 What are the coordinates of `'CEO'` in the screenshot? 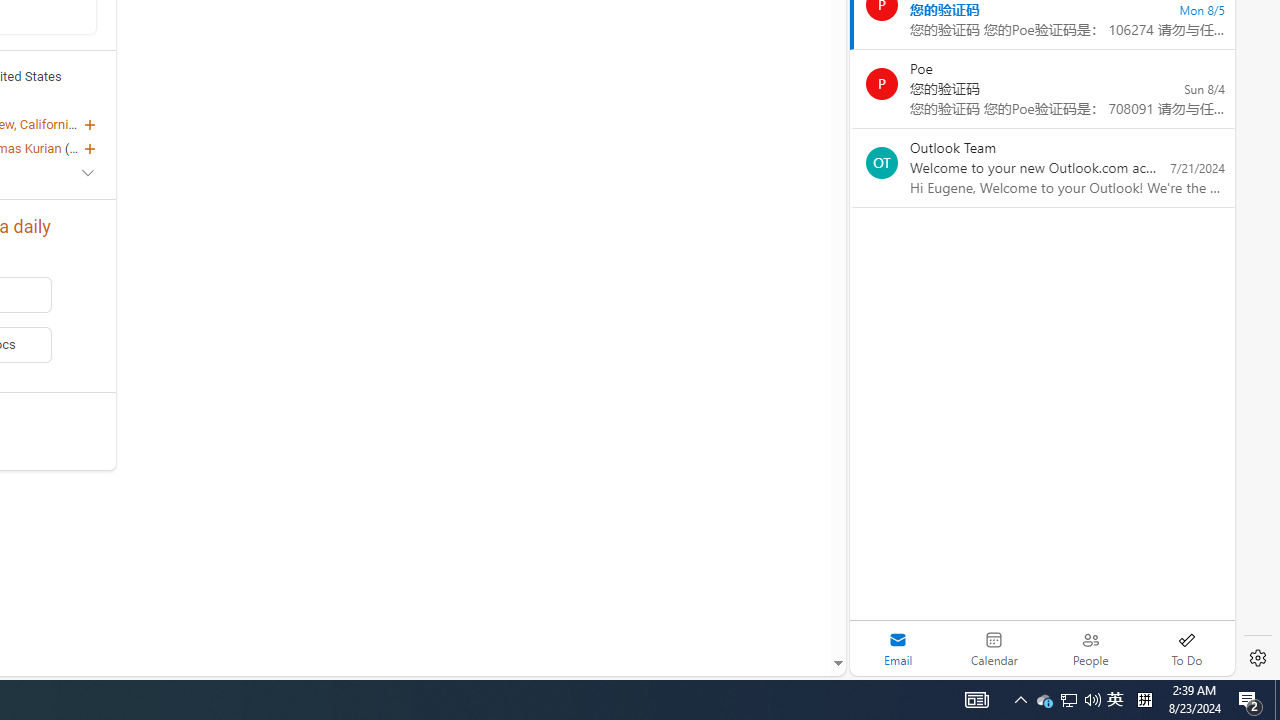 It's located at (80, 146).